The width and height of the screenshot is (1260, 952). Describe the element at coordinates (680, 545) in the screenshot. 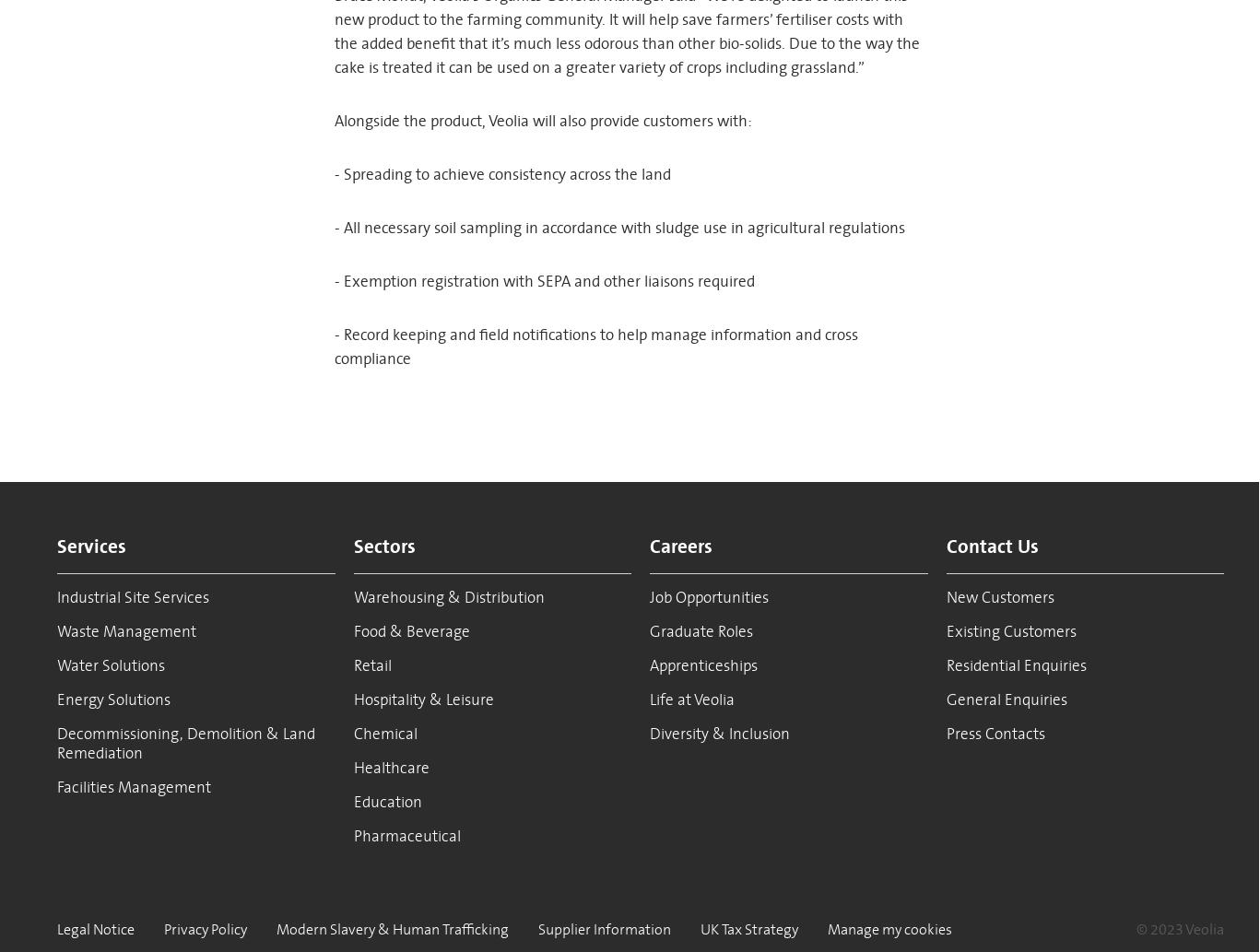

I see `'Careers'` at that location.